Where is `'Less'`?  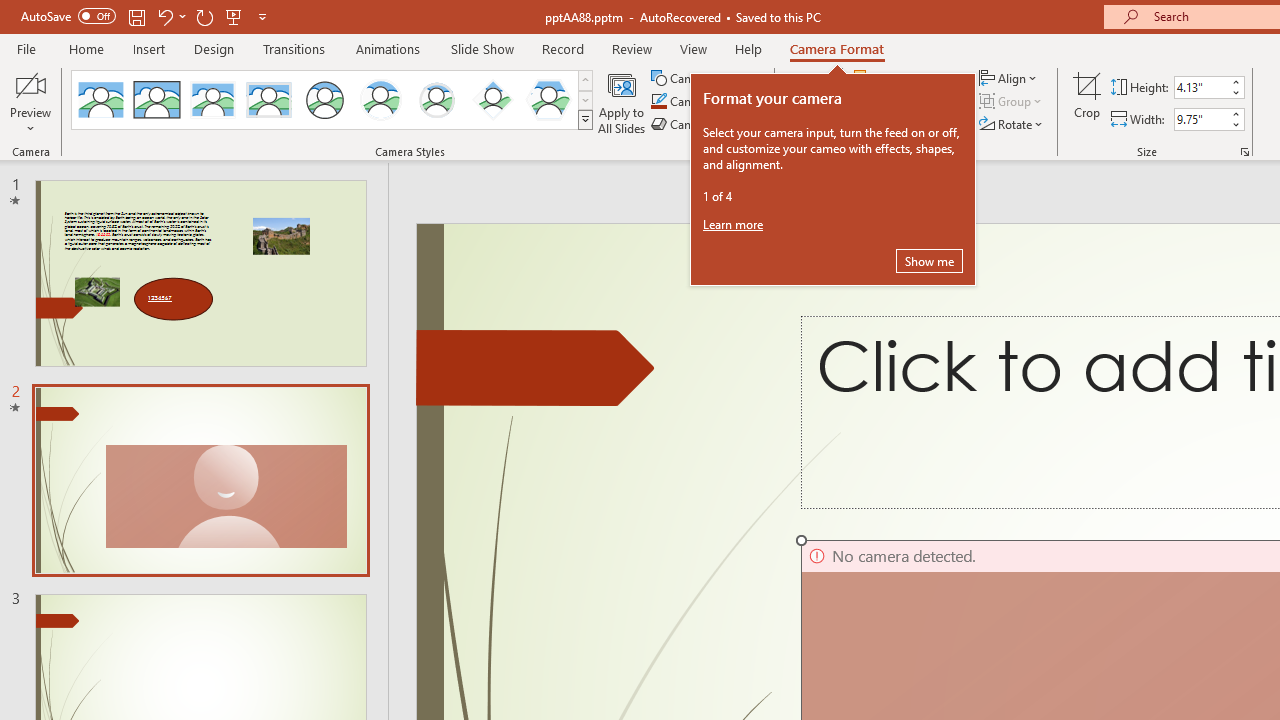
'Less' is located at coordinates (1234, 124).